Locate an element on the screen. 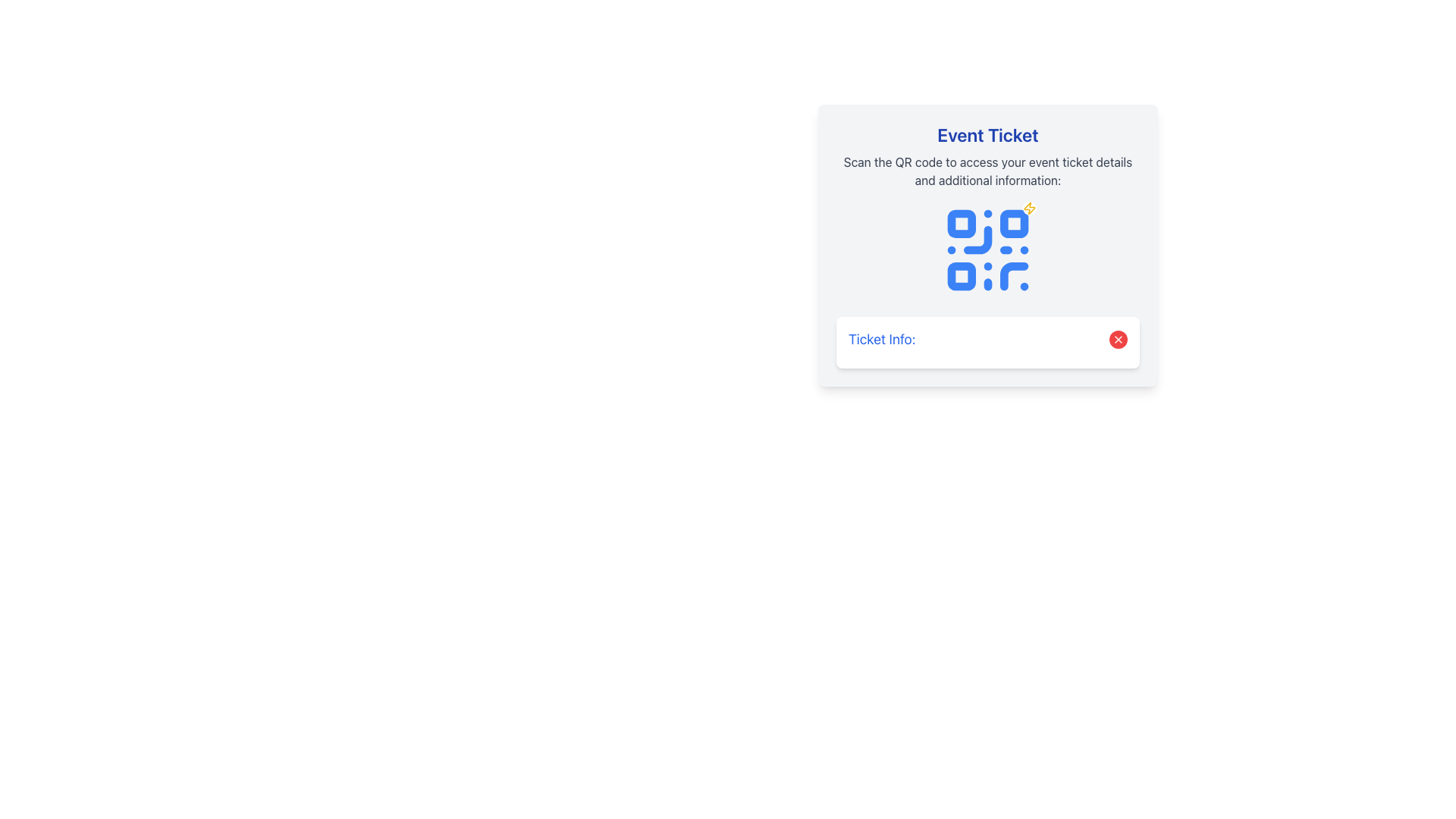 Image resolution: width=1456 pixels, height=819 pixels. instructions provided by the static text label located below the 'Event Ticket' title and above the QR code section is located at coordinates (987, 171).